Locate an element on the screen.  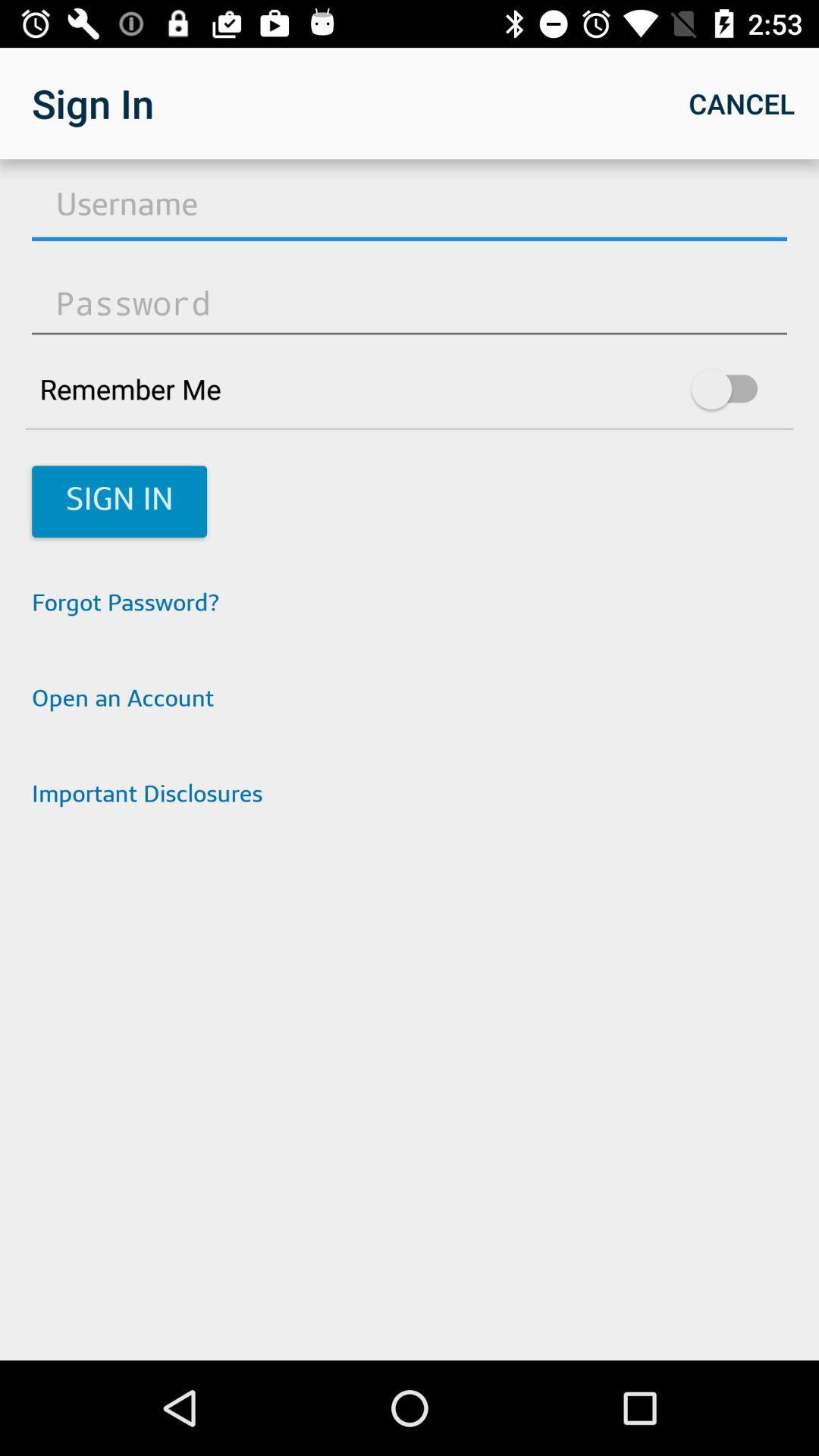
remember me item is located at coordinates (409, 389).